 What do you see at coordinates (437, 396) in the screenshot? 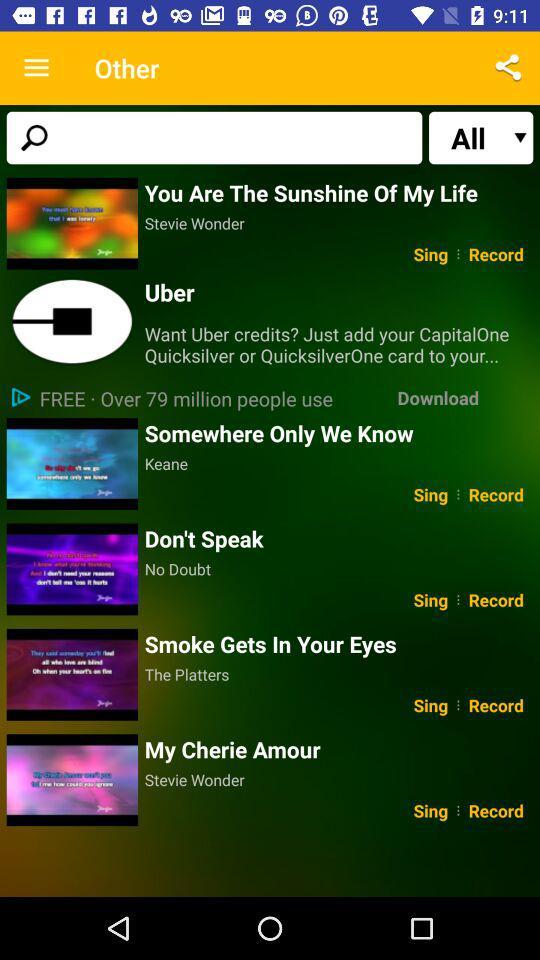
I see `the download item` at bounding box center [437, 396].